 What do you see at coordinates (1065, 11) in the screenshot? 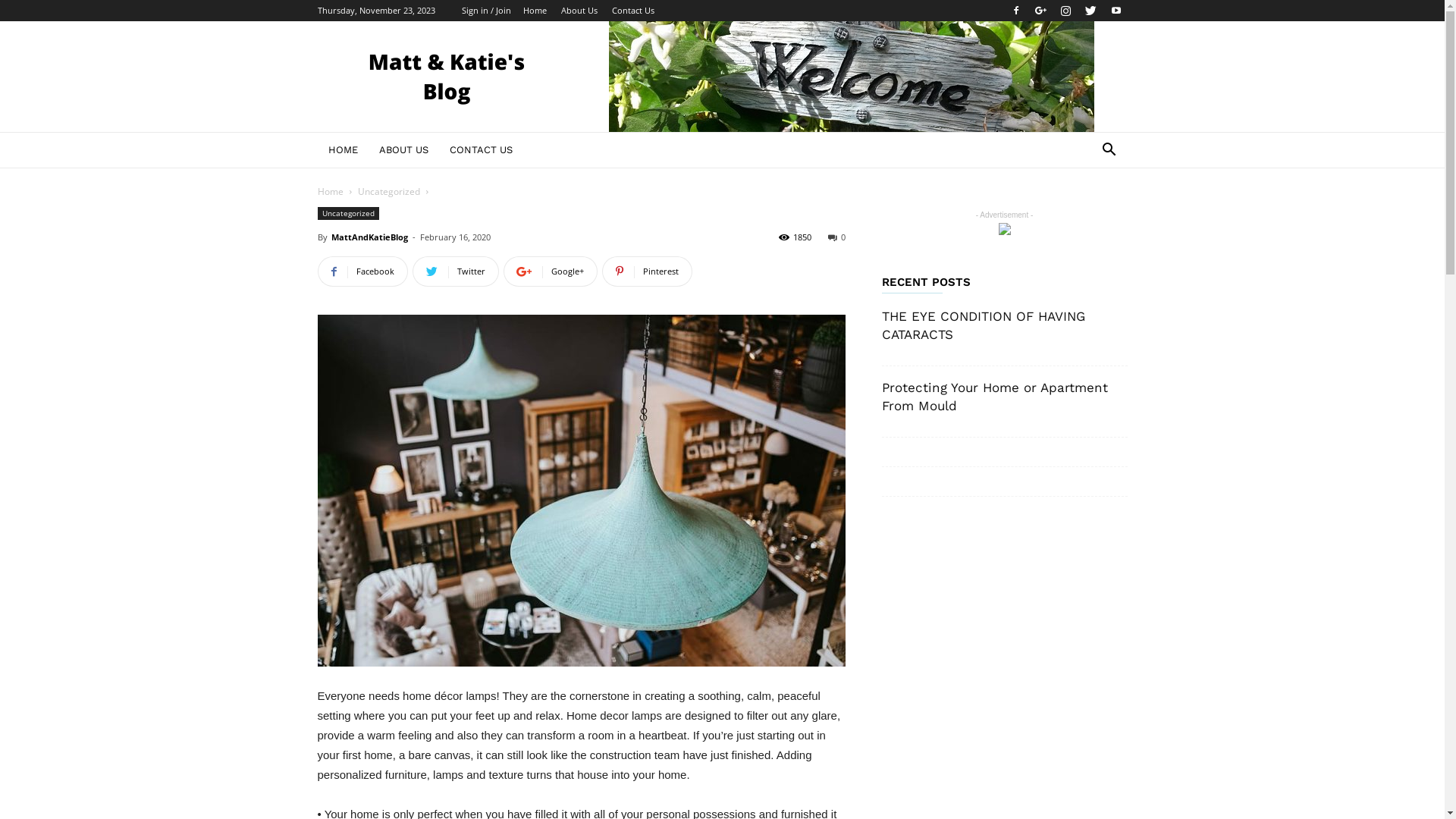
I see `'Instagram'` at bounding box center [1065, 11].